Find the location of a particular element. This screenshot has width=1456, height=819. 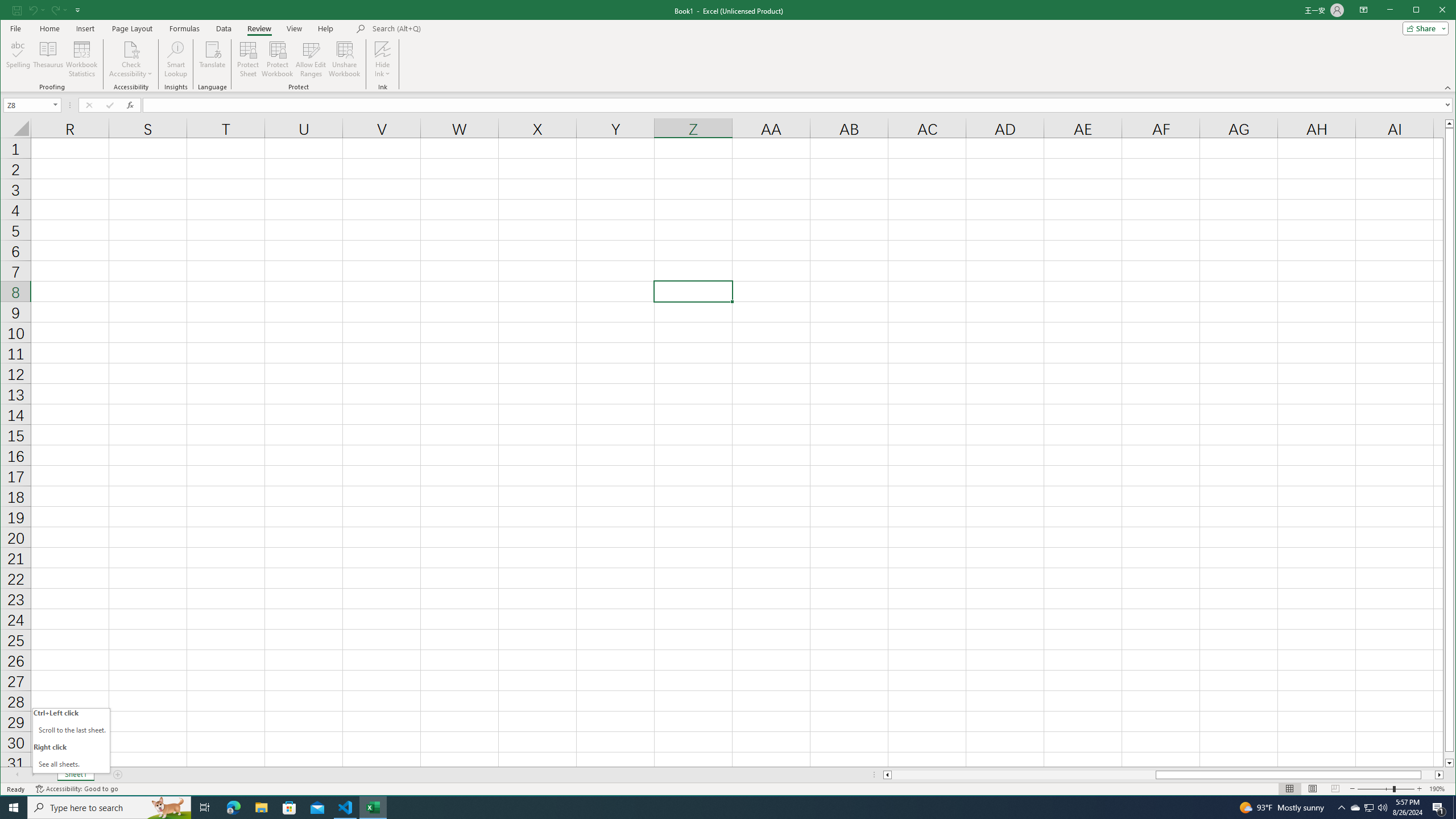

'Workbook Statistics' is located at coordinates (81, 59).